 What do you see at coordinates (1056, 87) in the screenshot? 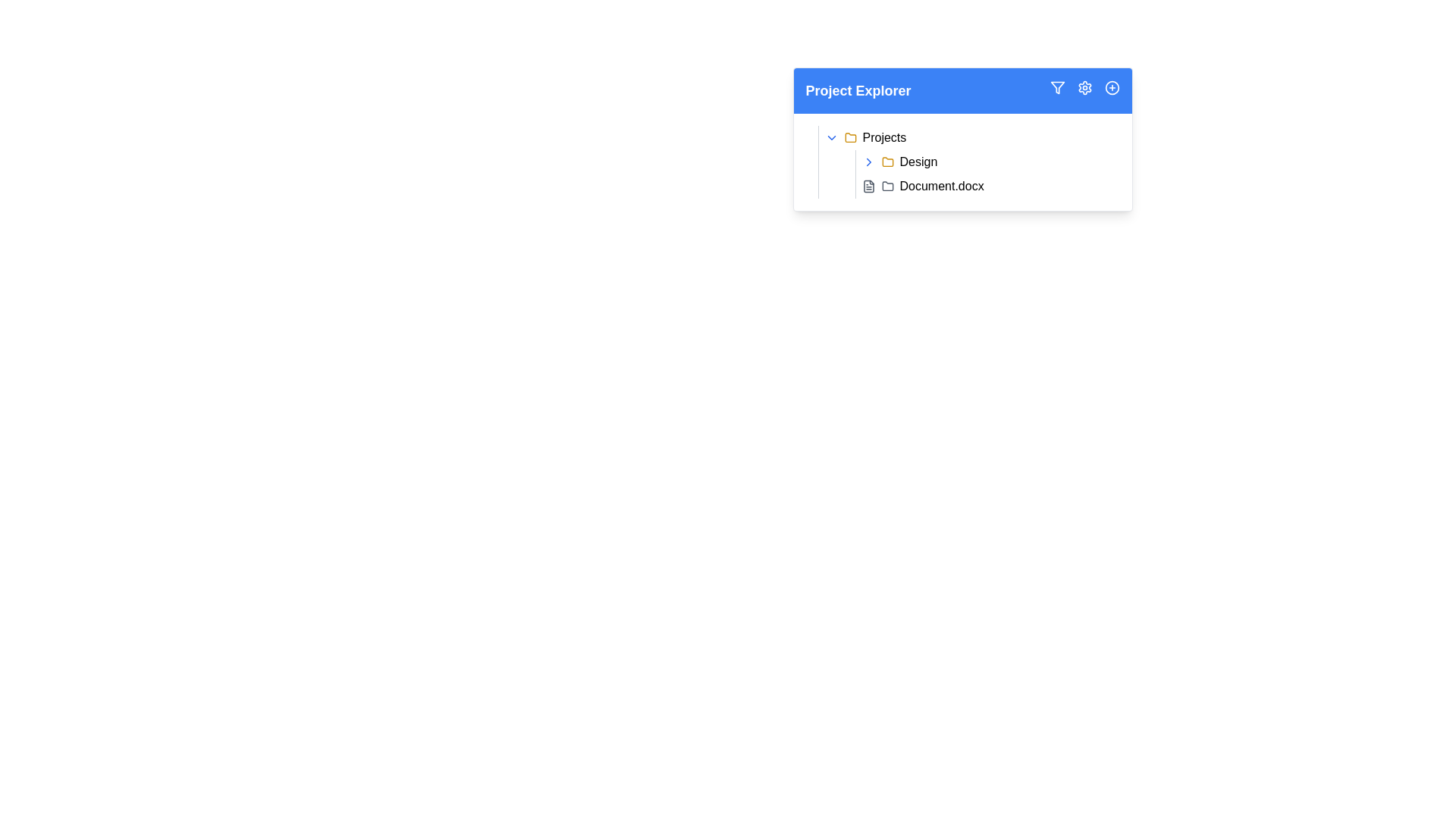
I see `the filter funnel icon located at the top-right corner of the blue header bar labeled 'Project Explorer'` at bounding box center [1056, 87].